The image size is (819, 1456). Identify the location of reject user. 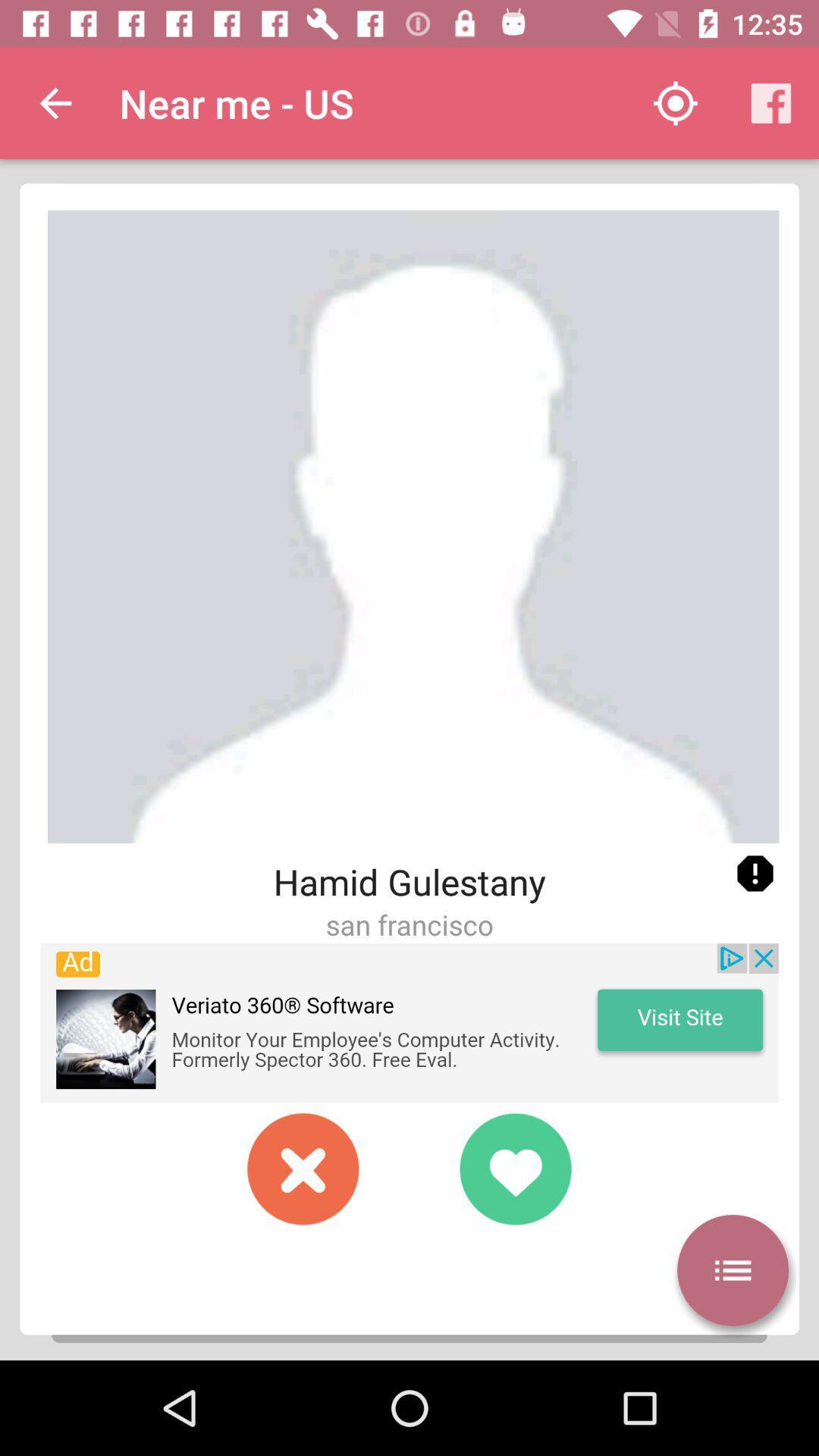
(303, 1168).